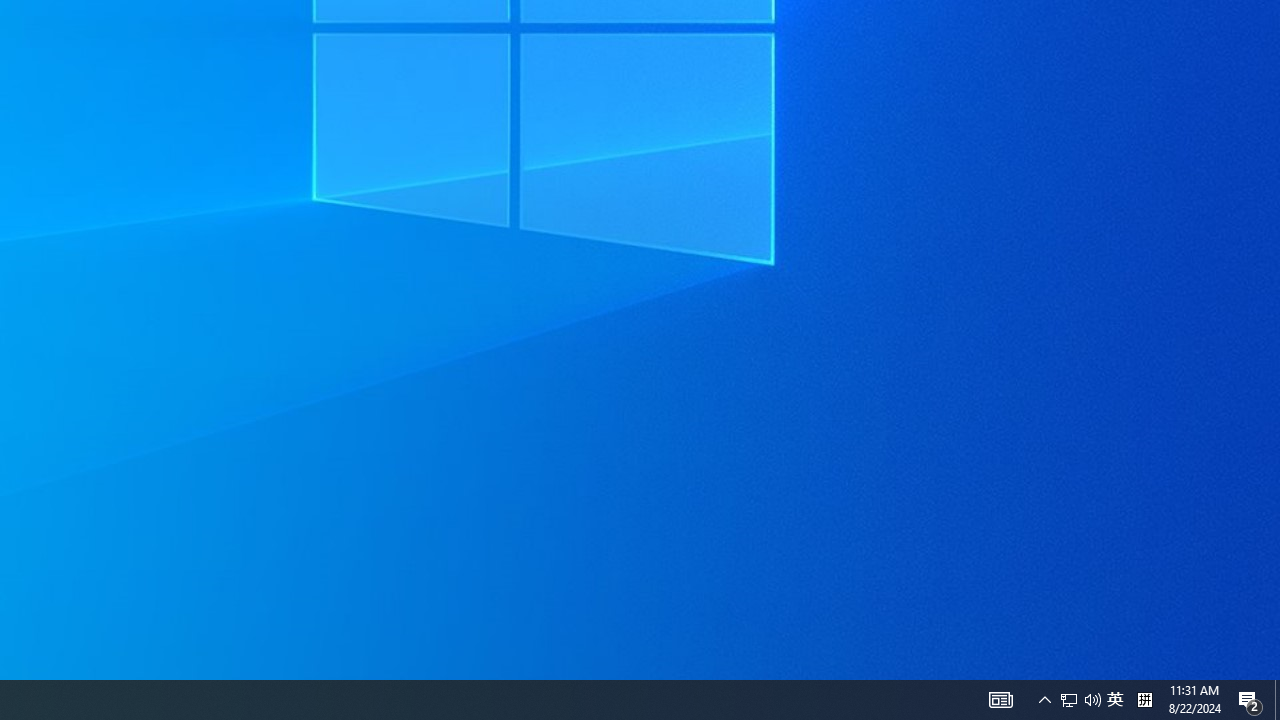  Describe the element at coordinates (1044, 698) in the screenshot. I see `'Notification Chevron'` at that location.